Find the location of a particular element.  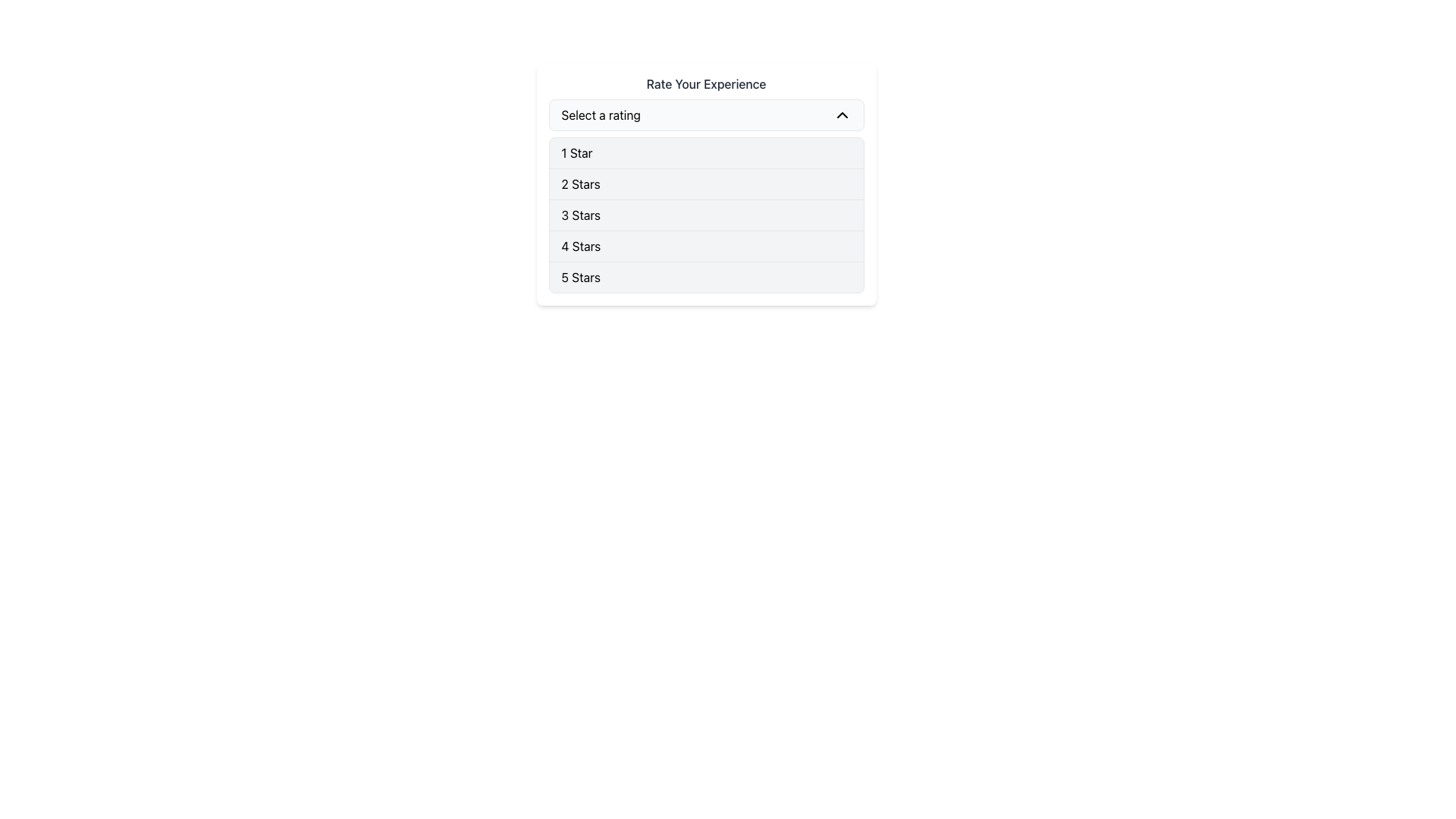

the currently-selected value indicator in the dropdown menu titled 'Rate Your Experience' to focus the dropdown menu is located at coordinates (600, 114).